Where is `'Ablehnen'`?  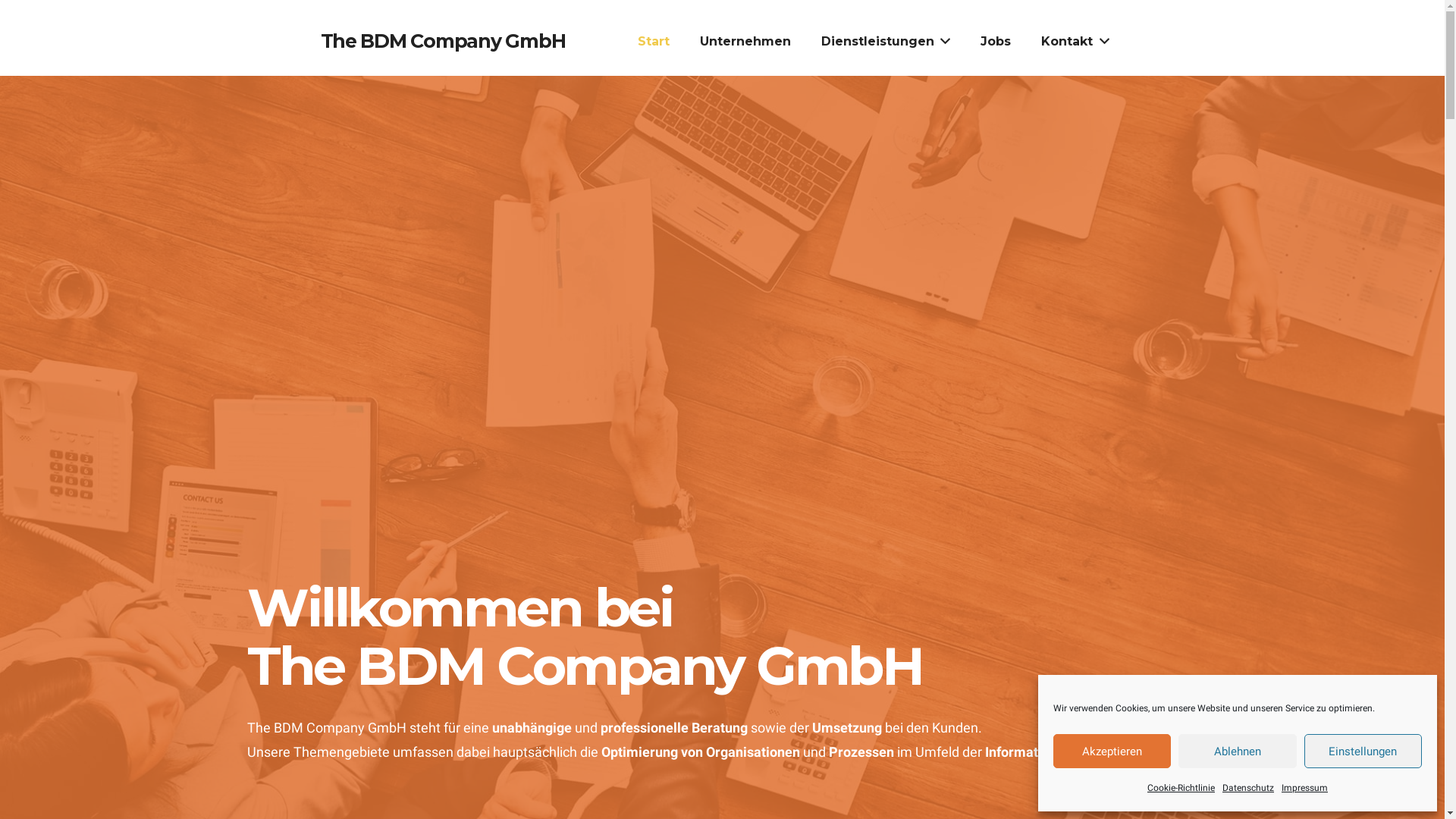
'Ablehnen' is located at coordinates (1237, 751).